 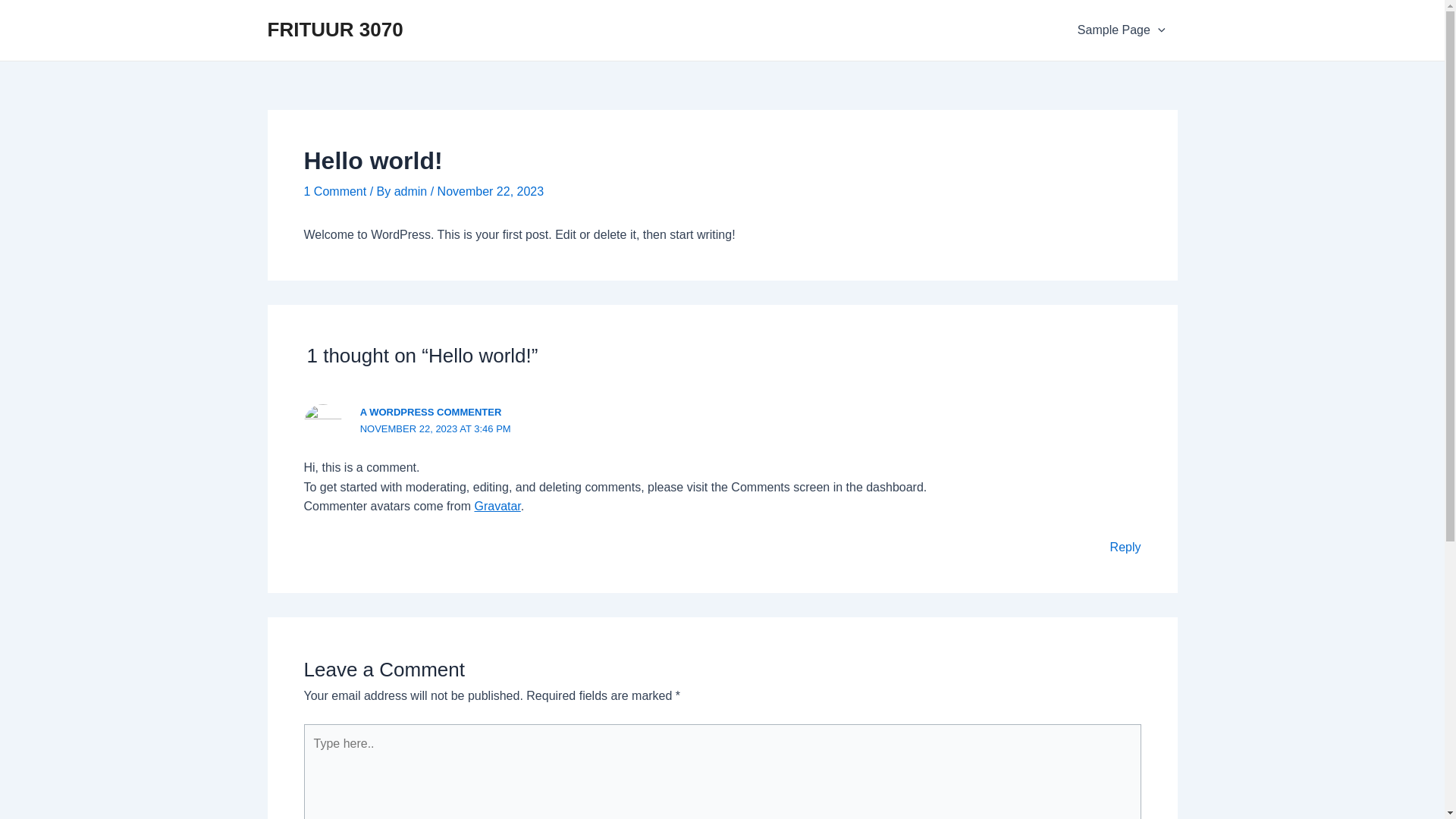 What do you see at coordinates (1121, 30) in the screenshot?
I see `'Sample Page'` at bounding box center [1121, 30].